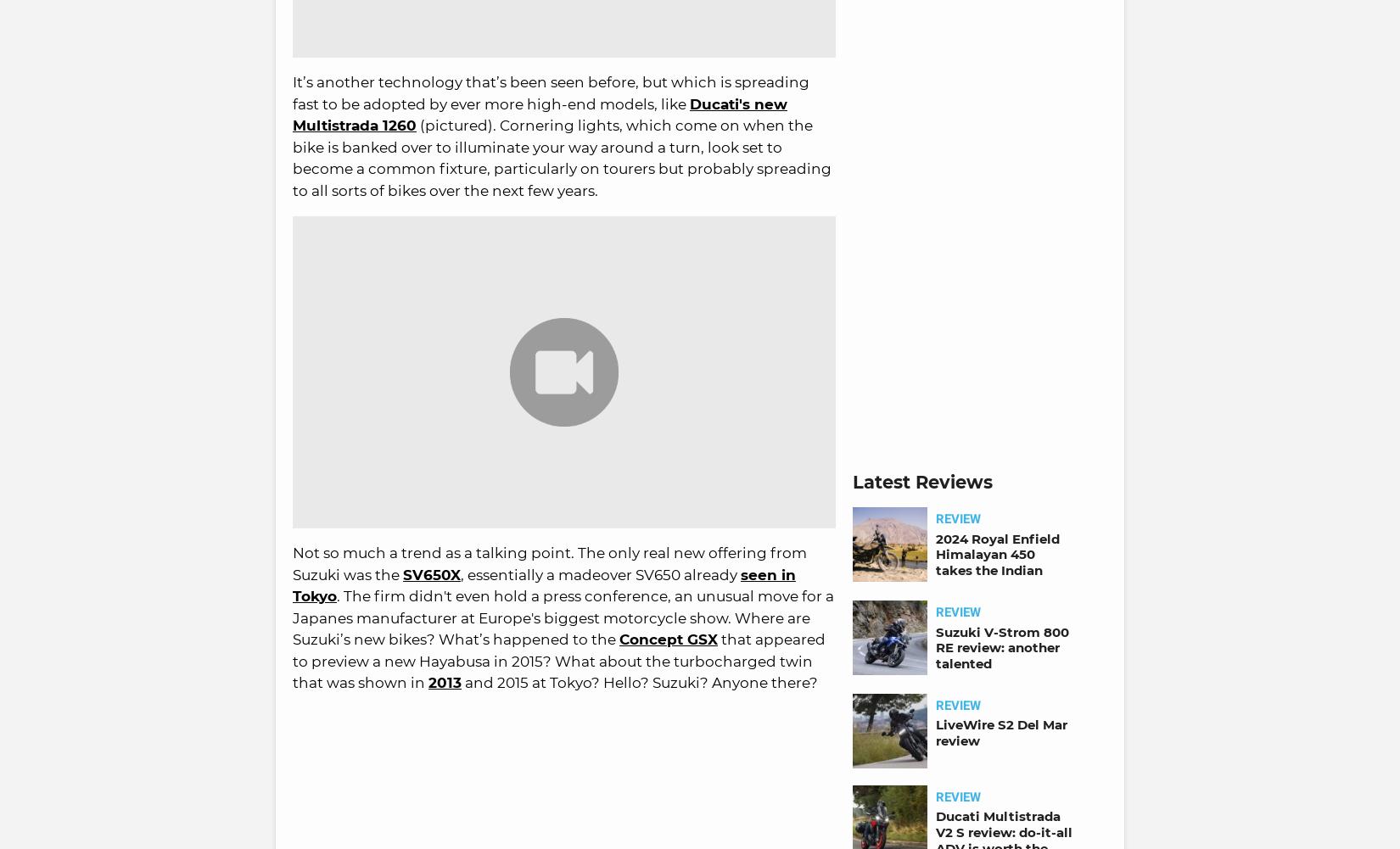 This screenshot has height=849, width=1400. Describe the element at coordinates (936, 655) in the screenshot. I see `'Suzuki V-Strom 800 RE review: another talented middleweight ADV'` at that location.